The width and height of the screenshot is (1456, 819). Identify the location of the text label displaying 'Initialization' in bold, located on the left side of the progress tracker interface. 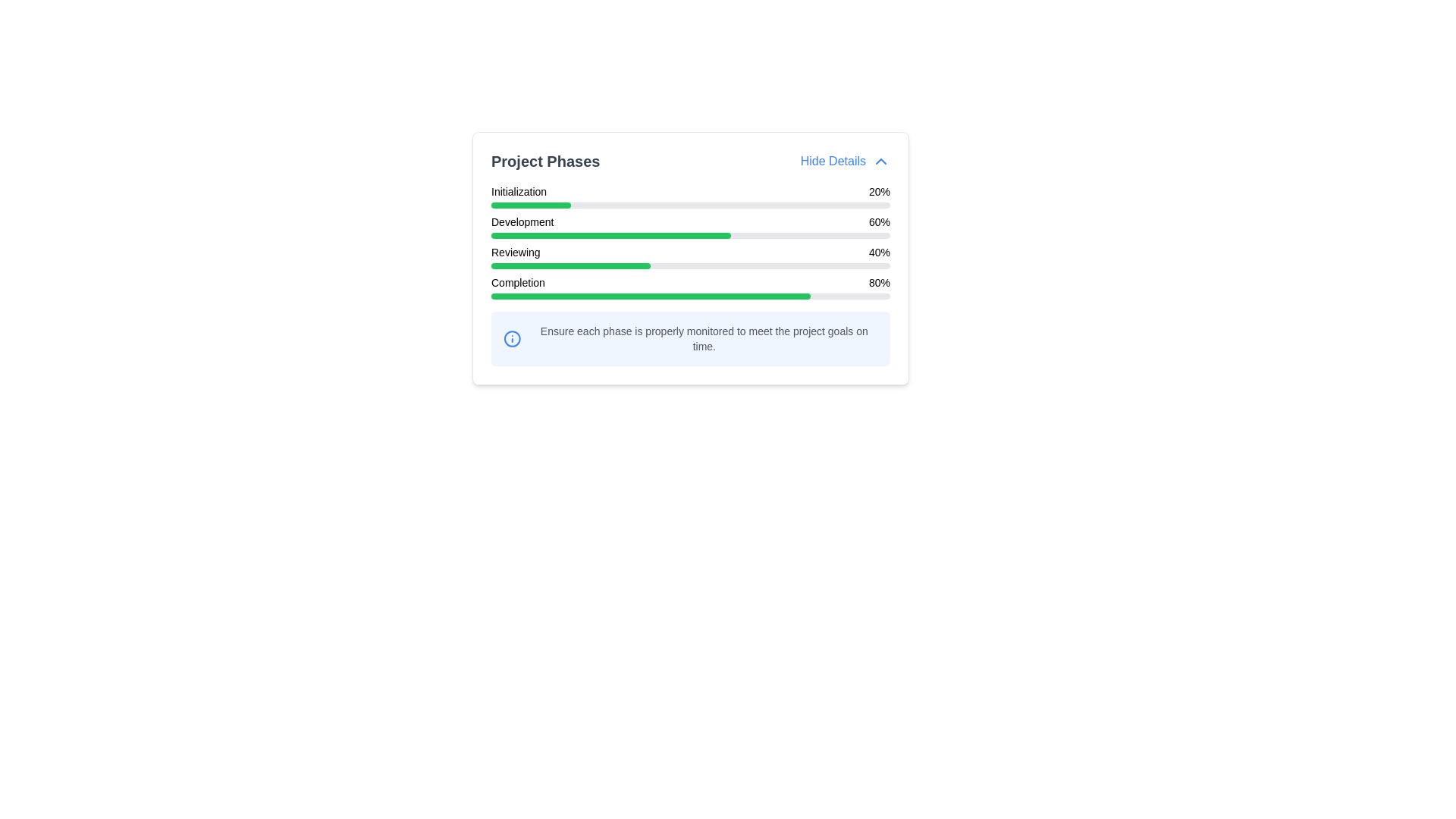
(519, 191).